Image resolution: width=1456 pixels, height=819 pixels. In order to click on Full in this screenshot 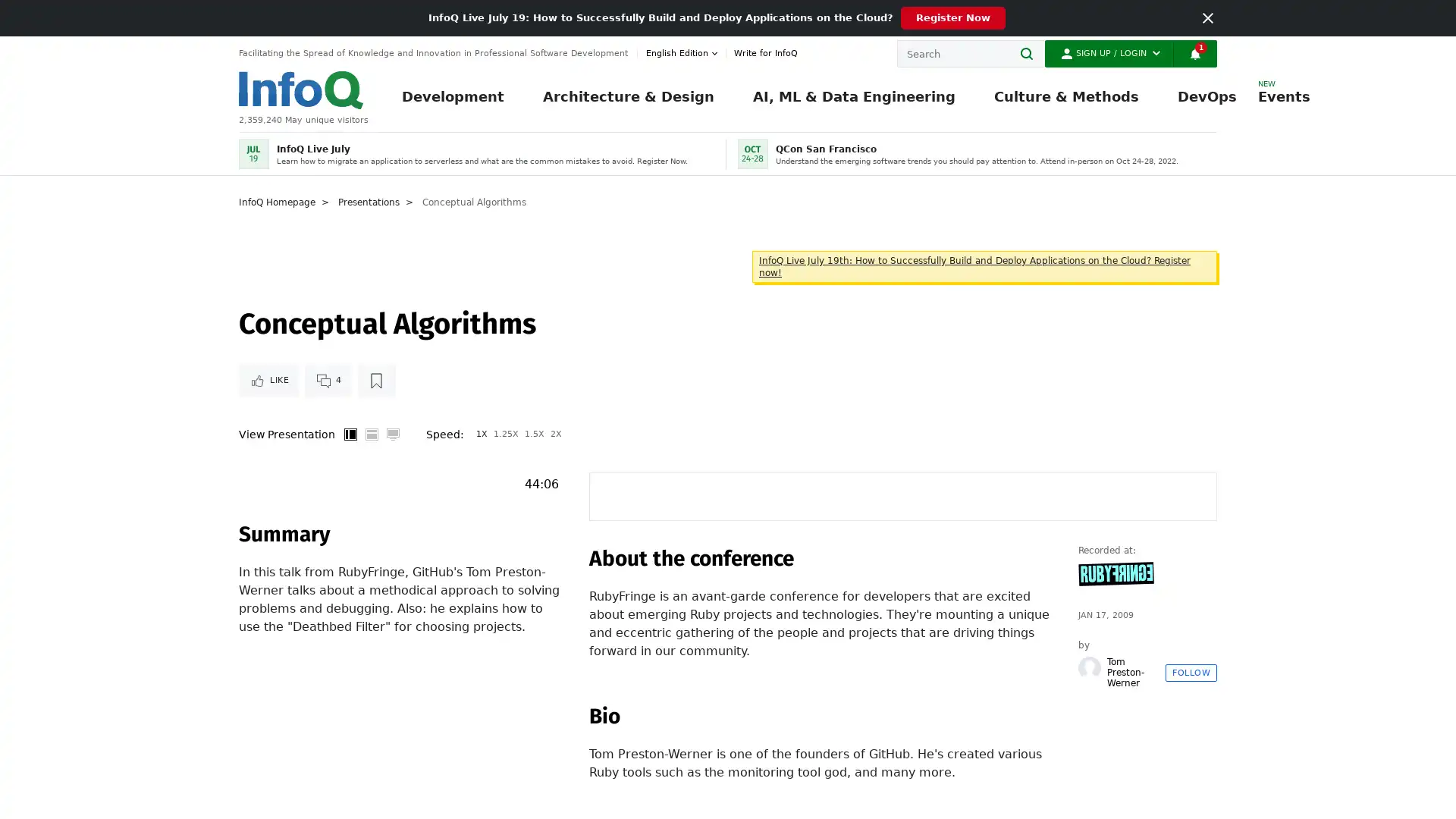, I will do `click(393, 435)`.